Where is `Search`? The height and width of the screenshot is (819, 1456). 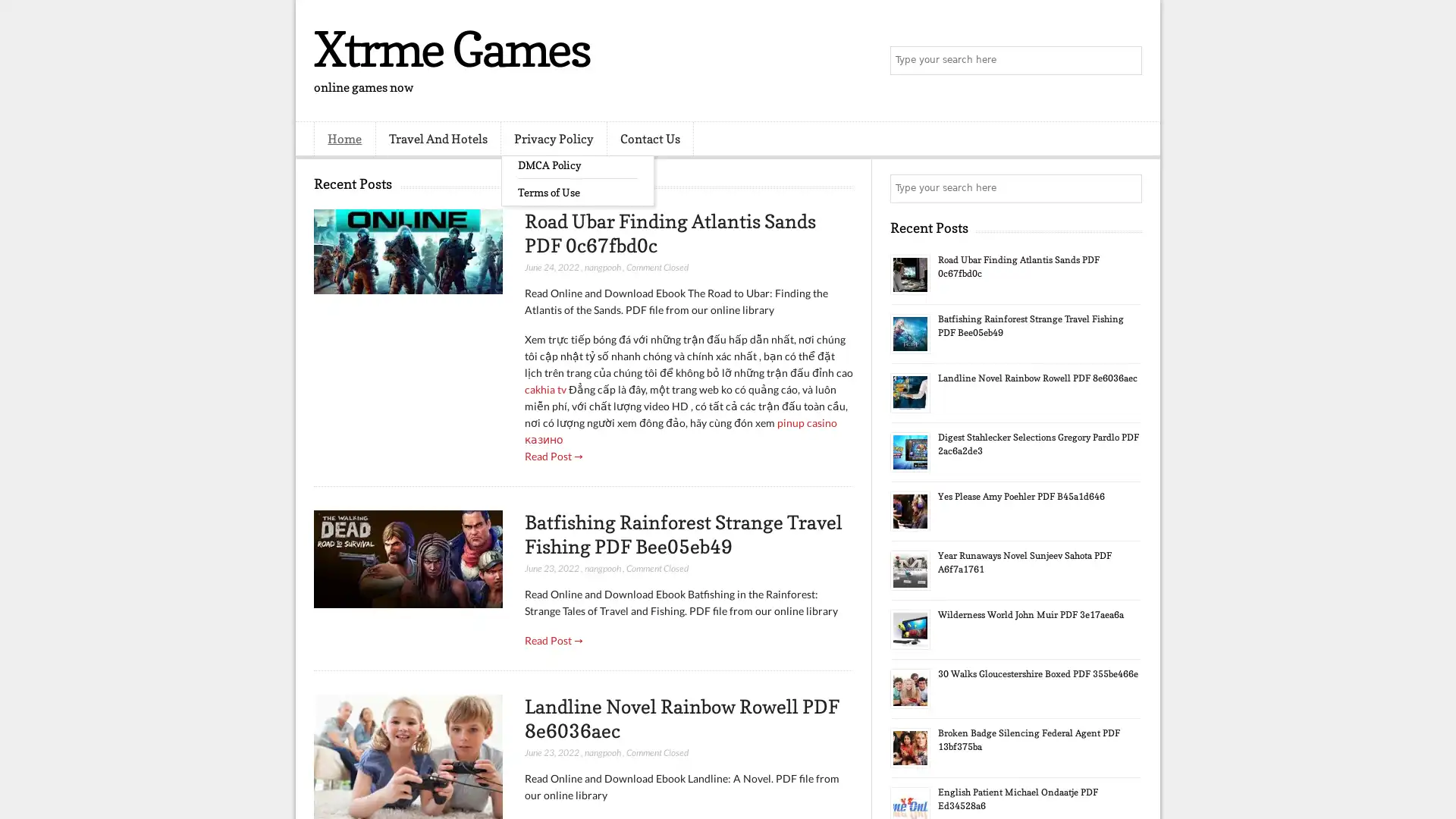
Search is located at coordinates (1126, 61).